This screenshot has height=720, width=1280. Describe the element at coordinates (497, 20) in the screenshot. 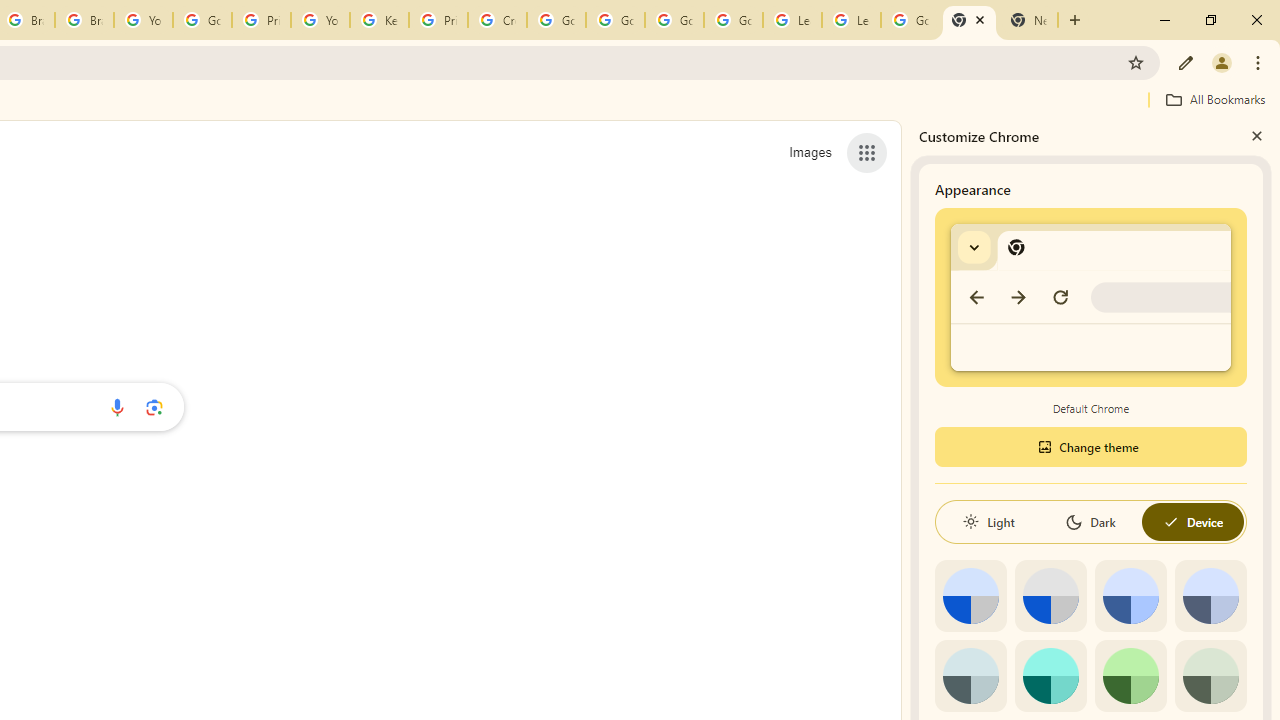

I see `'Create your Google Account'` at that location.